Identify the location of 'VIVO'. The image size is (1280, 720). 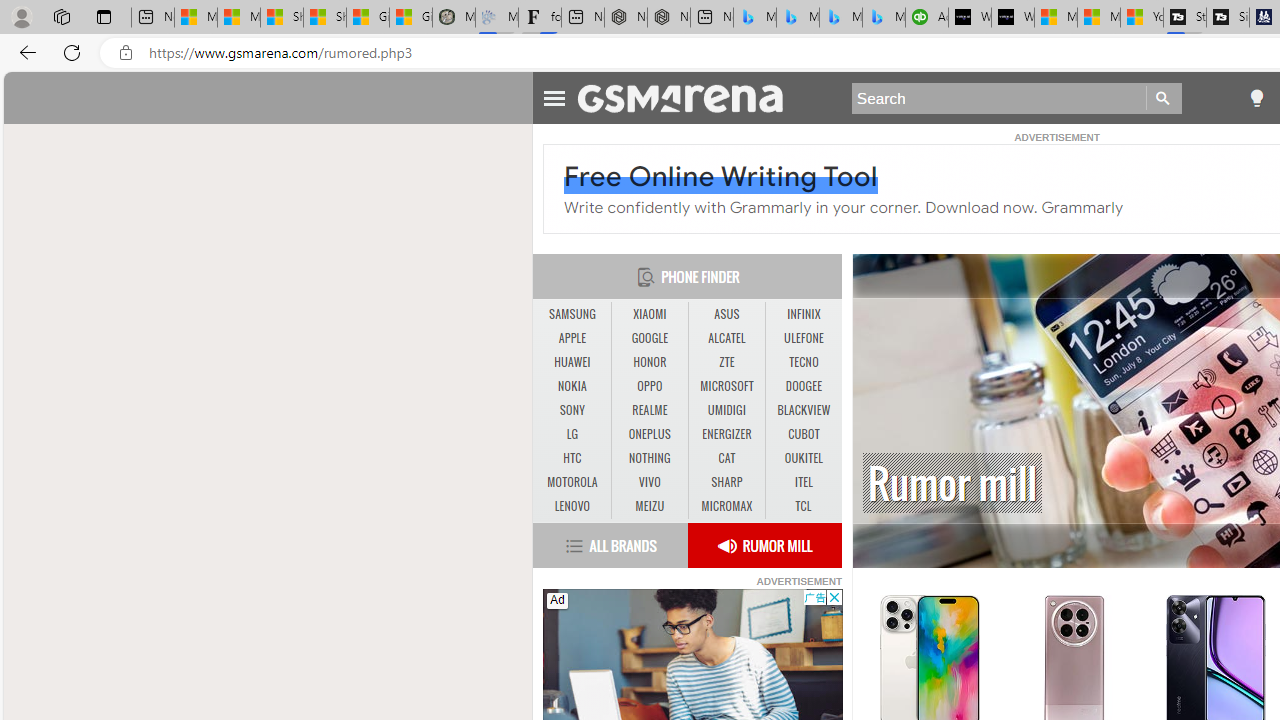
(650, 483).